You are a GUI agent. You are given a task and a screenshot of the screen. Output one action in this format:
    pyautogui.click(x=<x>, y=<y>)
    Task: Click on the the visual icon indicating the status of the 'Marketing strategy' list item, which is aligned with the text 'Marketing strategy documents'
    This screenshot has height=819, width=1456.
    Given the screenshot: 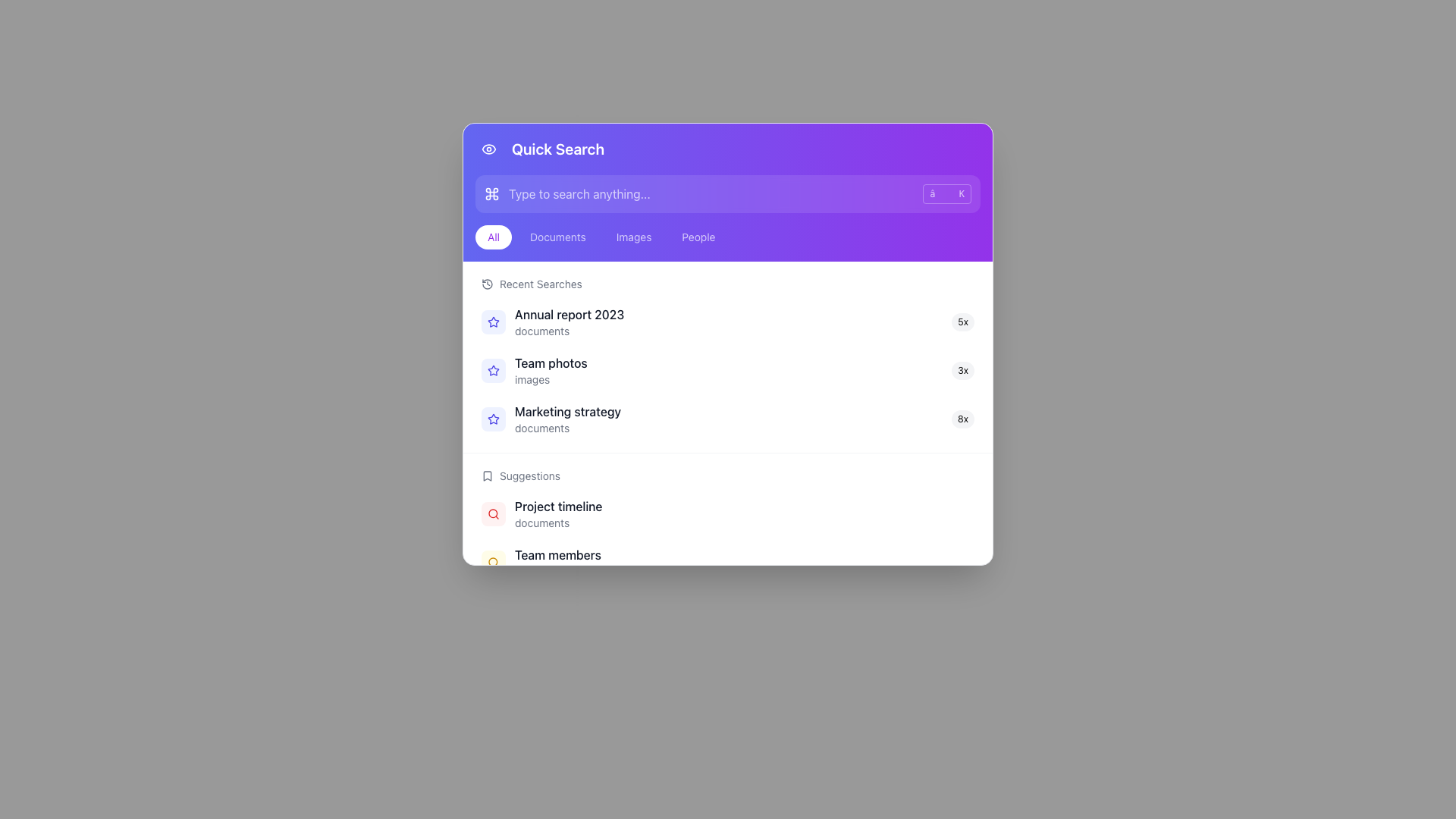 What is the action you would take?
    pyautogui.click(x=494, y=419)
    